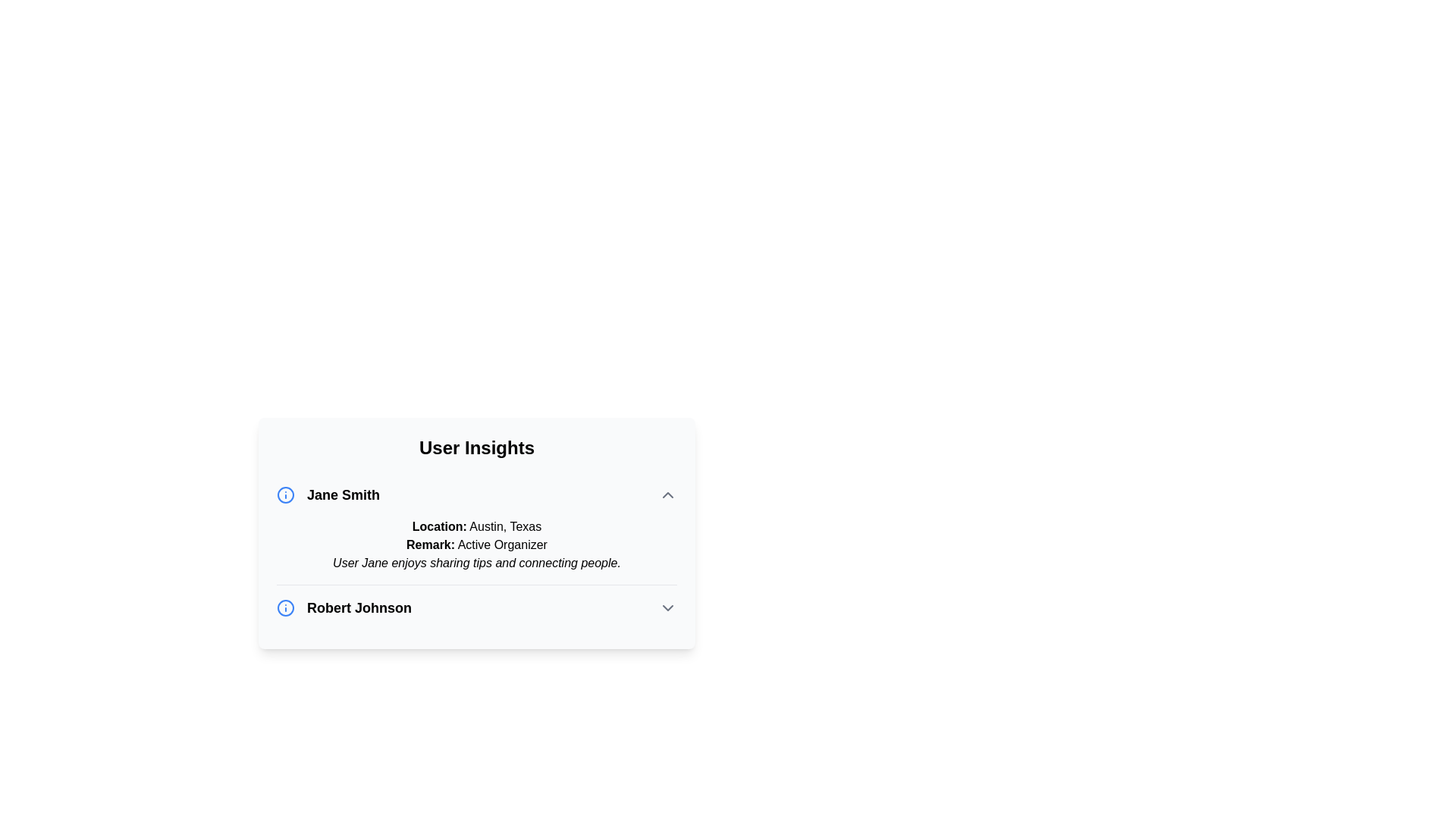 The image size is (1456, 819). What do you see at coordinates (342, 494) in the screenshot?
I see `text label displaying 'Jane Smith', which is positioned to the right of the information icon in the 'User Insights' panel` at bounding box center [342, 494].